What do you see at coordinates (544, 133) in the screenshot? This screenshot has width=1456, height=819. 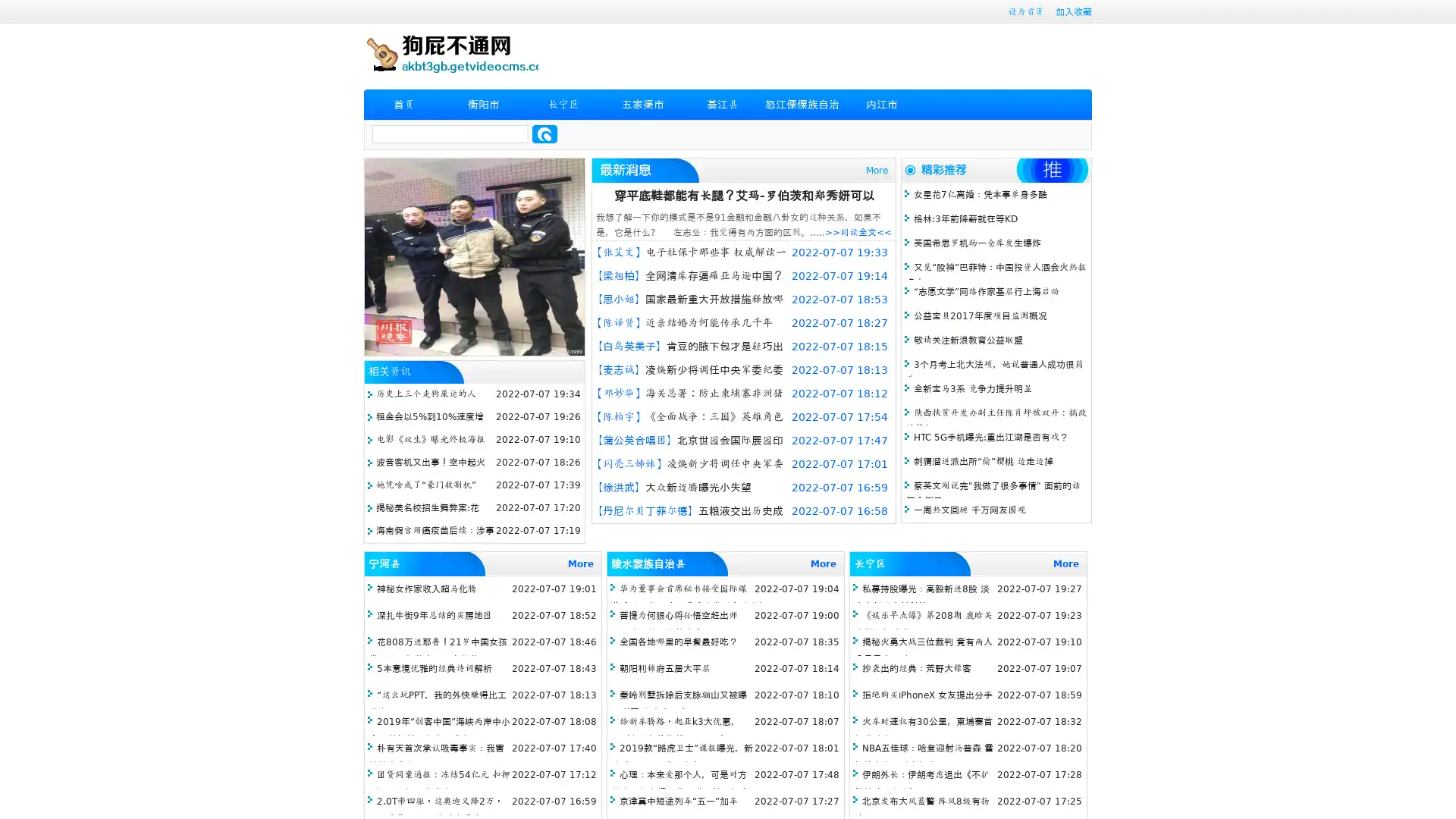 I see `Search` at bounding box center [544, 133].